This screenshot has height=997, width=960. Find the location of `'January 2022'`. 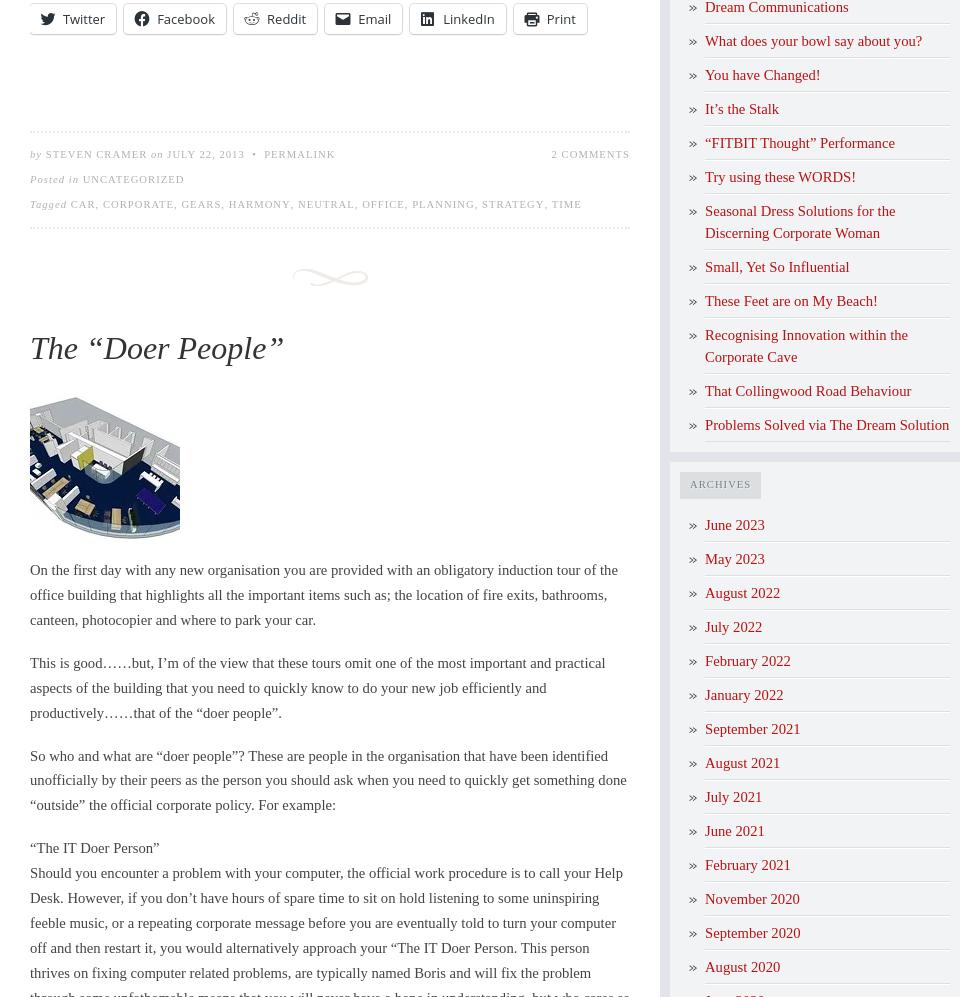

'January 2022' is located at coordinates (743, 693).